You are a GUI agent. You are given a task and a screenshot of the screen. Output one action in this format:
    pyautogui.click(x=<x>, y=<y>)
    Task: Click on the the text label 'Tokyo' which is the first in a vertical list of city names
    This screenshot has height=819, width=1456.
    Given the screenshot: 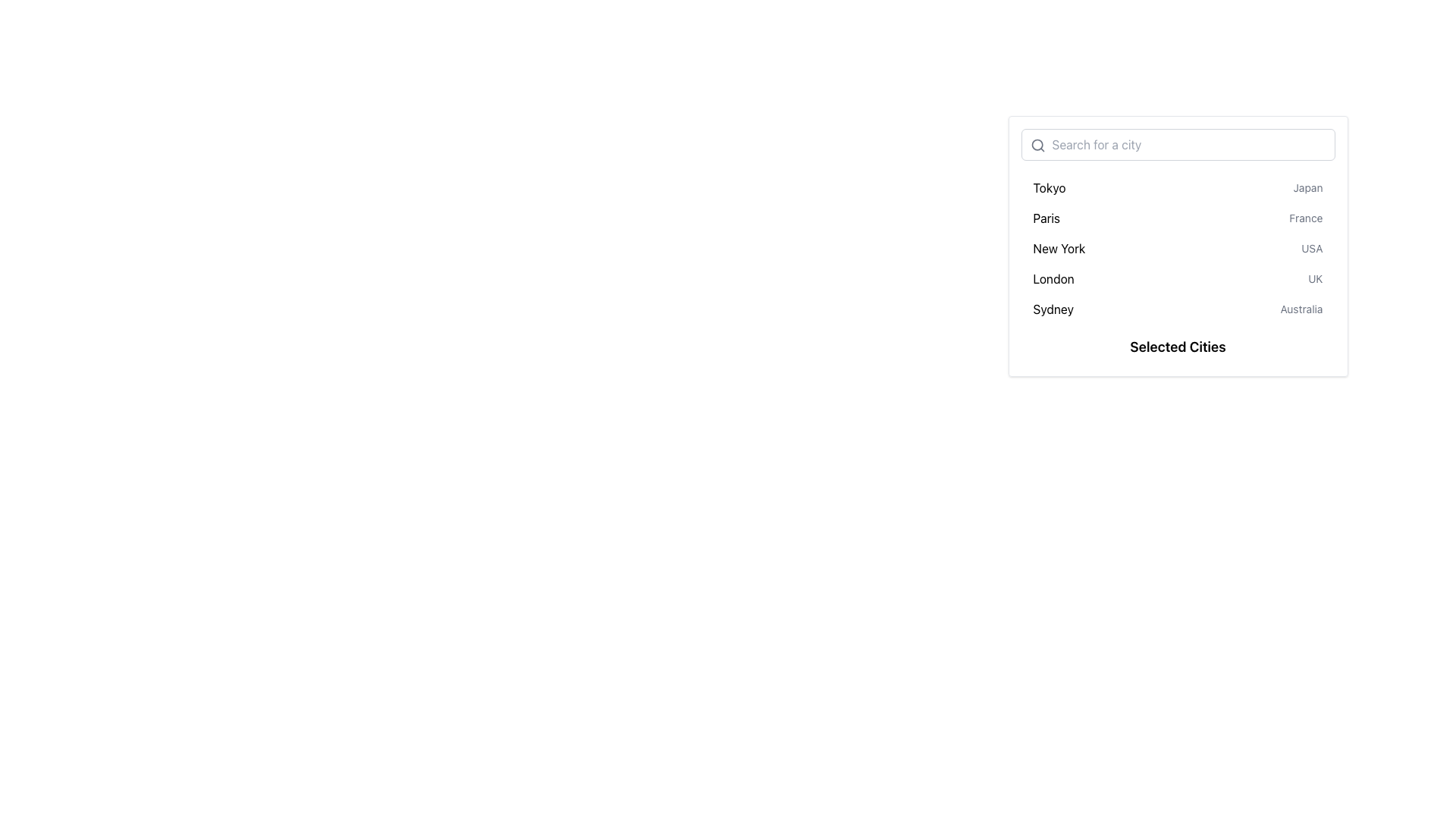 What is the action you would take?
    pyautogui.click(x=1048, y=187)
    